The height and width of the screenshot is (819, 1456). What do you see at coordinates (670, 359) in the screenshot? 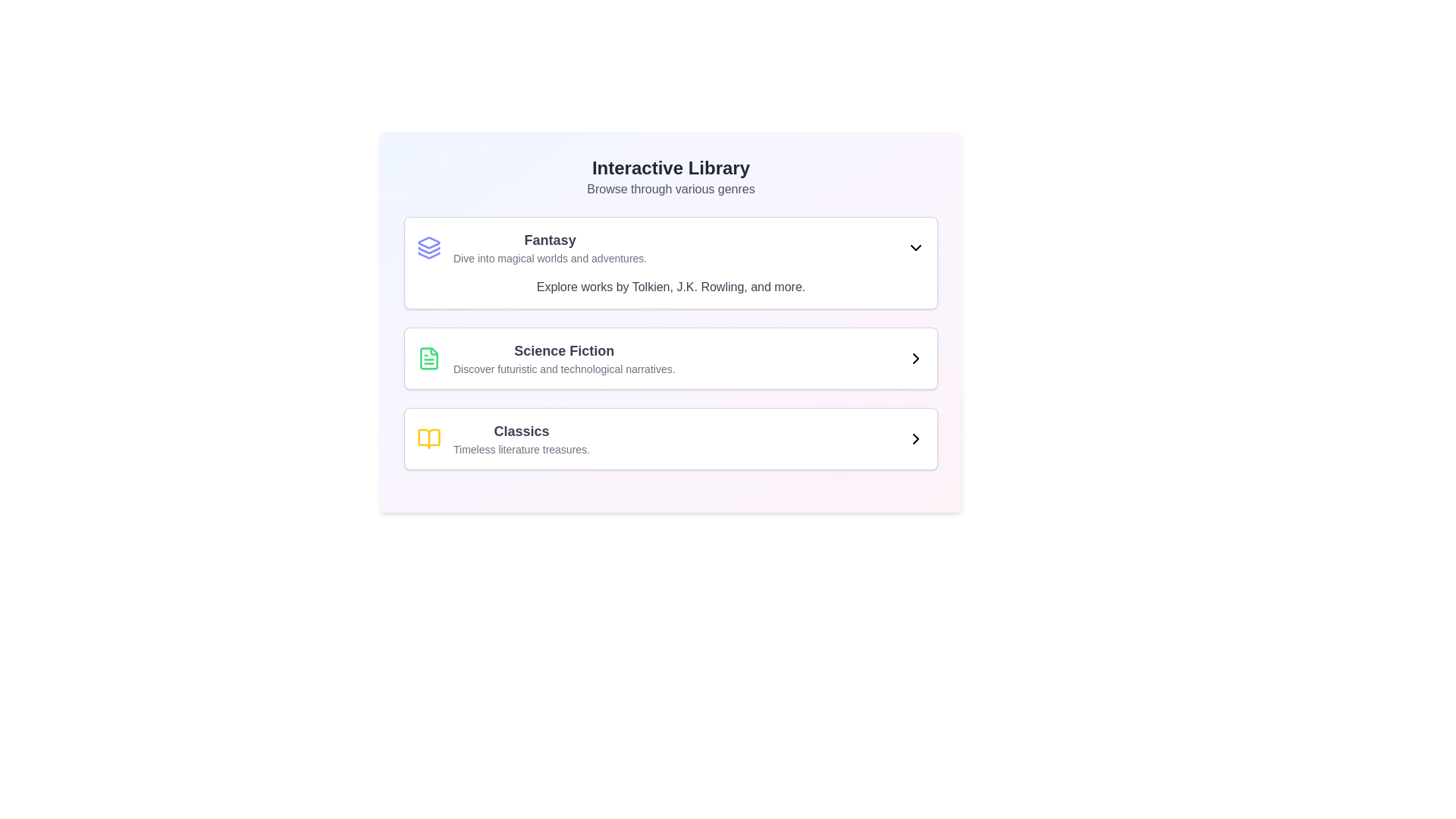
I see `the second list item in the genre categories` at bounding box center [670, 359].